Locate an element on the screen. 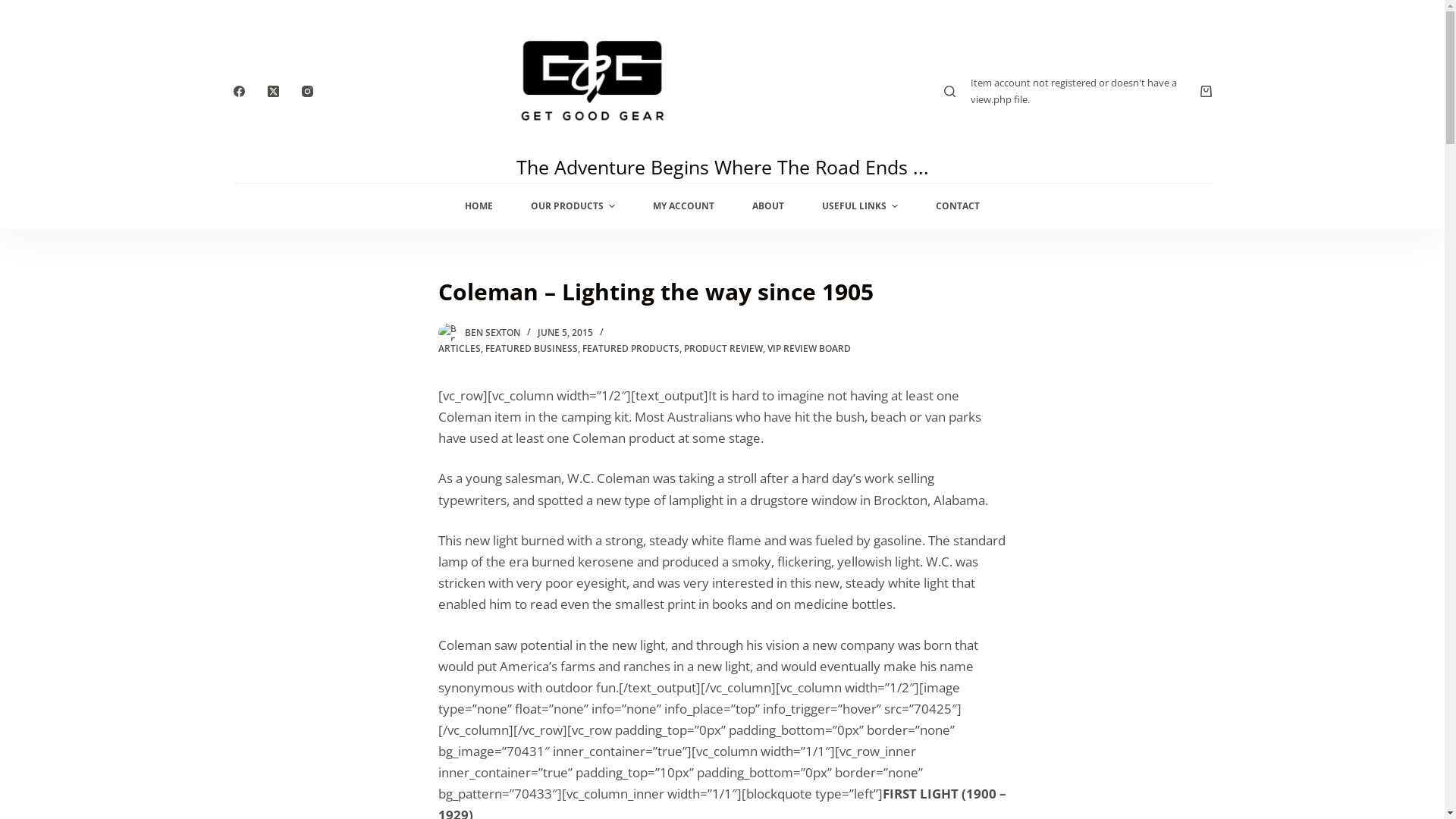 This screenshot has height=819, width=1456. 'CONTACT' is located at coordinates (916, 206).